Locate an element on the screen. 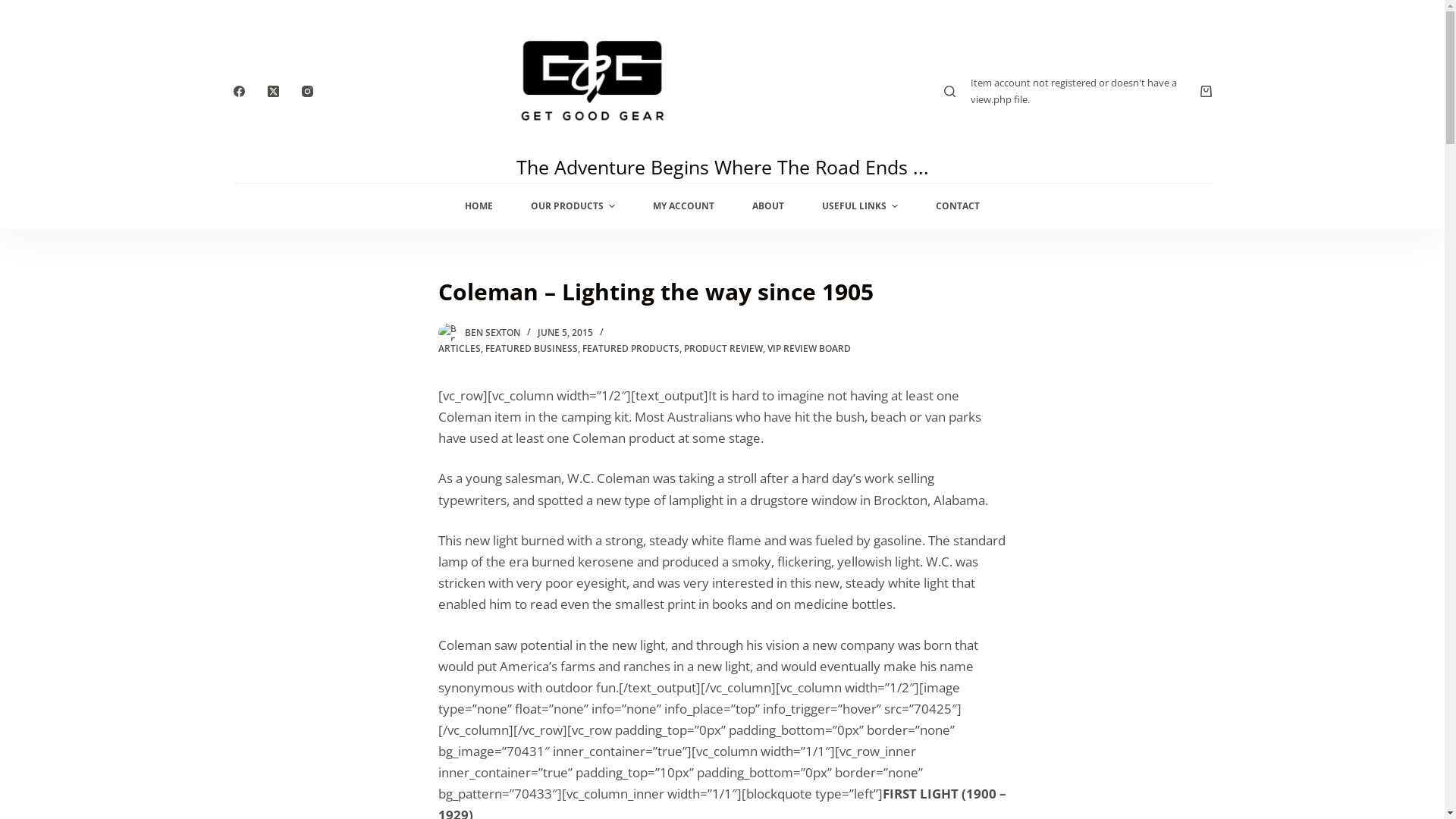 This screenshot has height=819, width=1456. 'CONTACT' is located at coordinates (916, 206).